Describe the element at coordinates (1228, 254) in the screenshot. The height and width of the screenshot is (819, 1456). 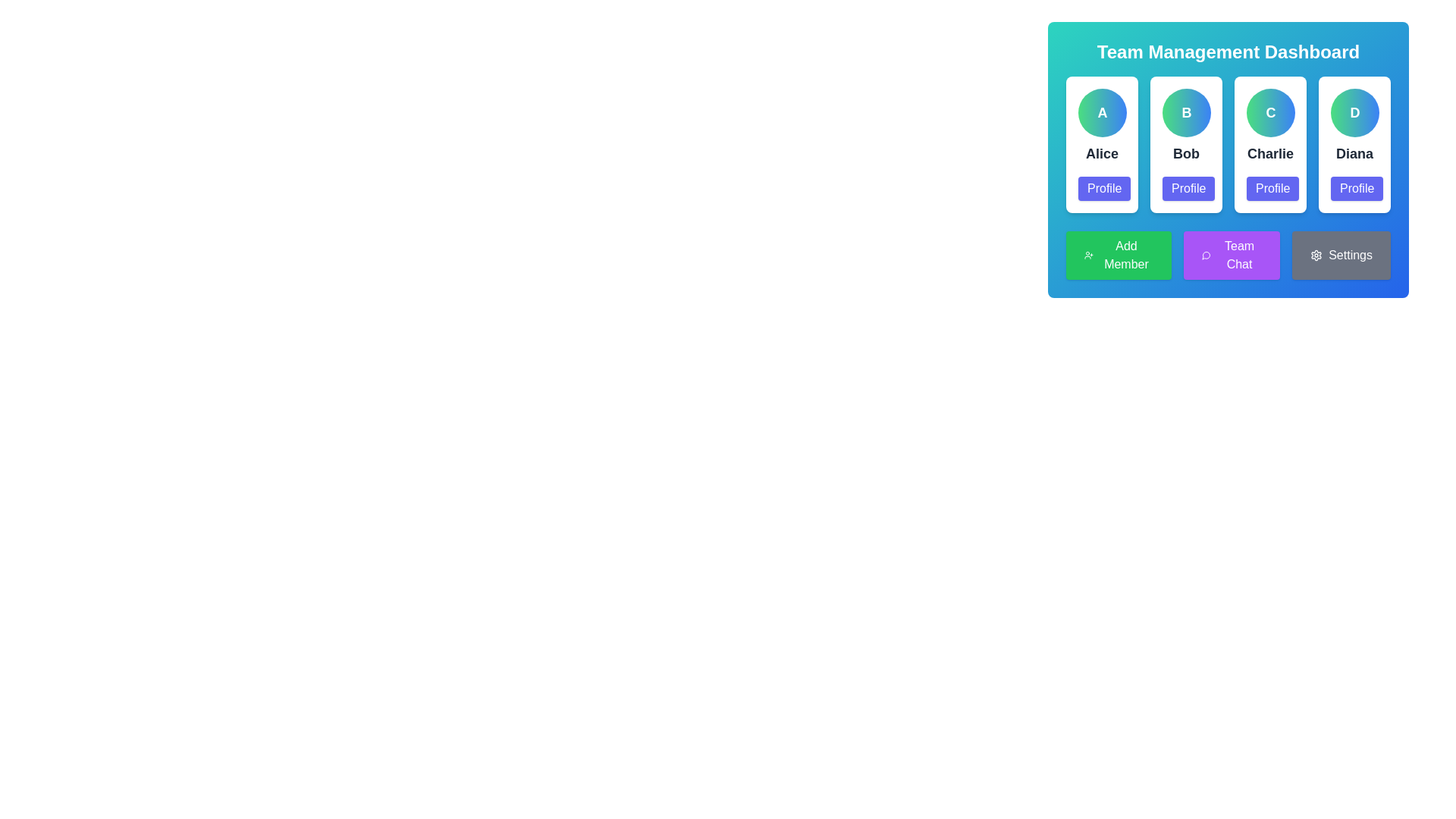
I see `the 'Team Chat' button, which is a rectangular button with a purple background and white text, located in the middle of three buttons on the 'Team Management Dashboard.'` at that location.